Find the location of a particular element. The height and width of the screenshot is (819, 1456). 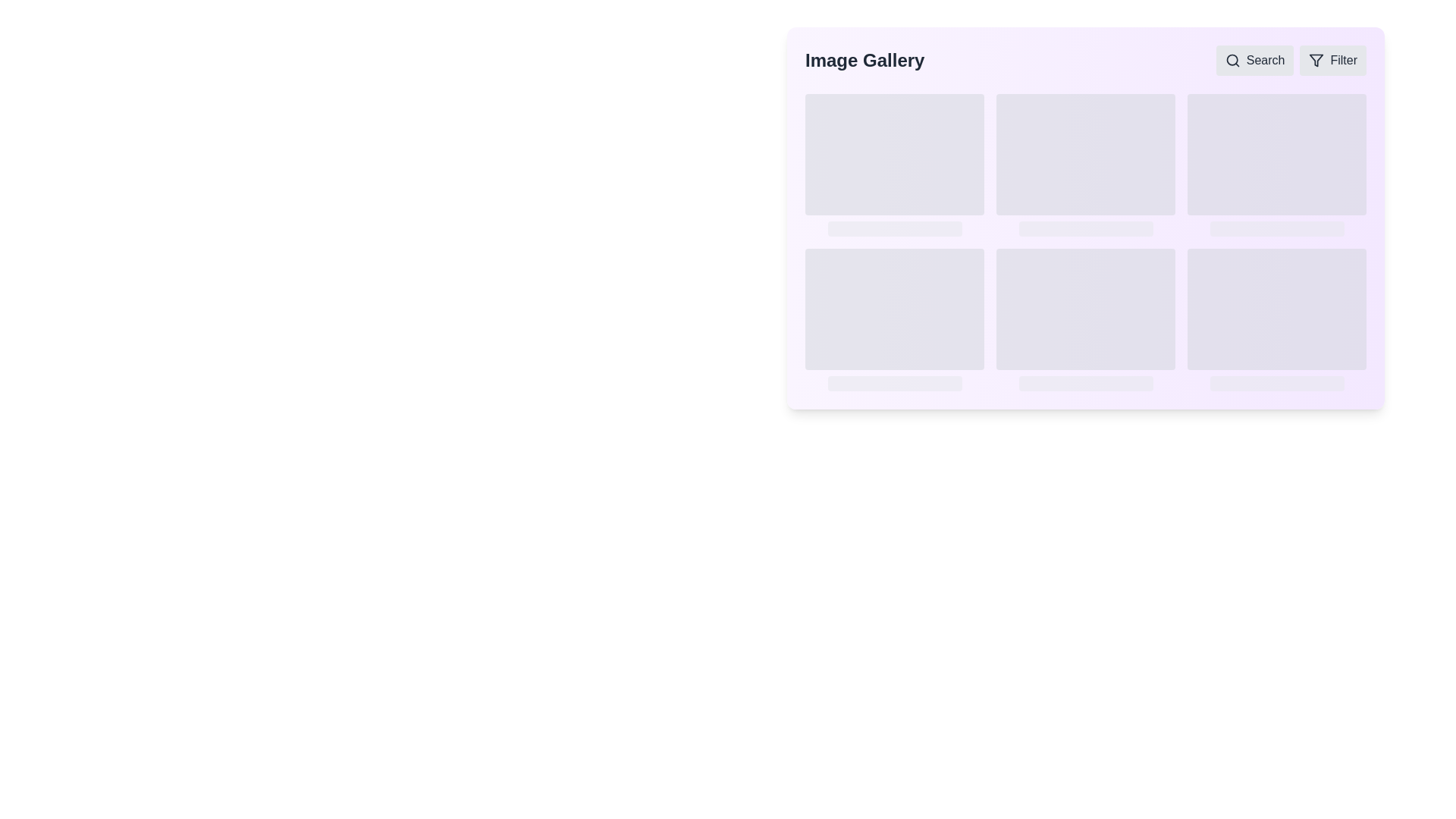

the filter icon located in the top-right control panel, adjacent to the 'Search' button is located at coordinates (1316, 60).